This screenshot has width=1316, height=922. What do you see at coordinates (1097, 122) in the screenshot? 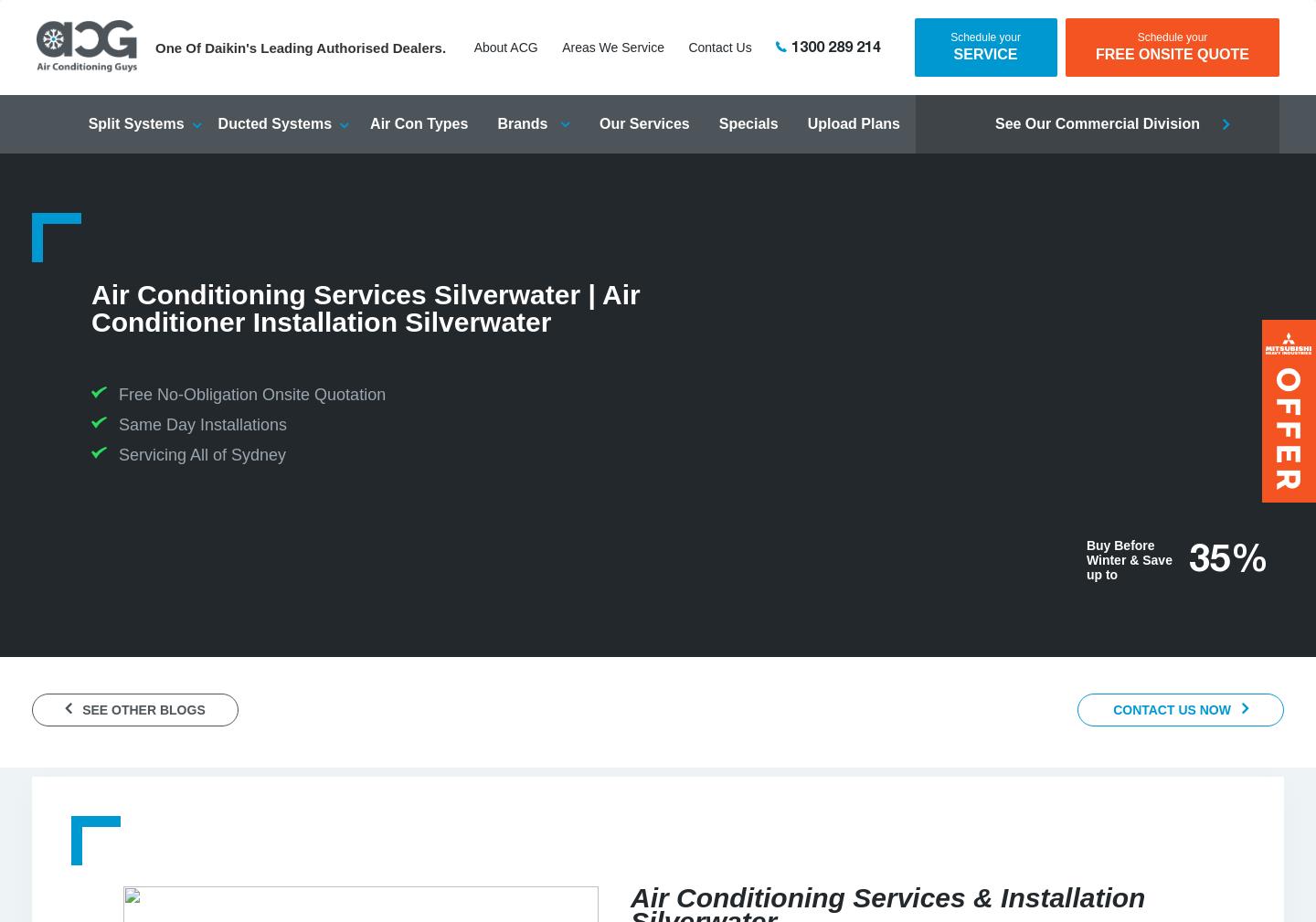
I see `'See Our Commercial Division'` at bounding box center [1097, 122].